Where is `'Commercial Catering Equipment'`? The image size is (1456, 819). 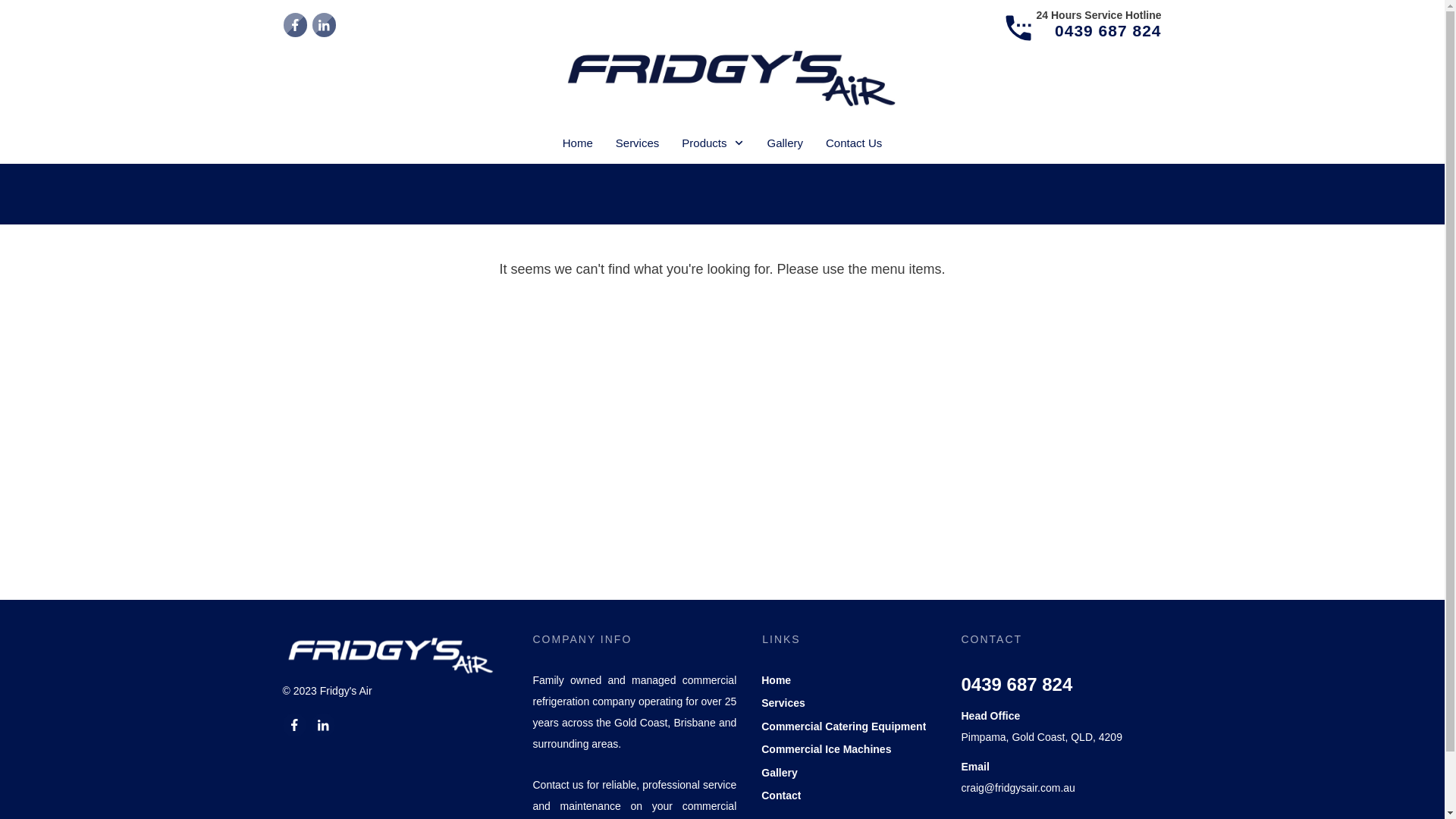 'Commercial Catering Equipment' is located at coordinates (843, 725).